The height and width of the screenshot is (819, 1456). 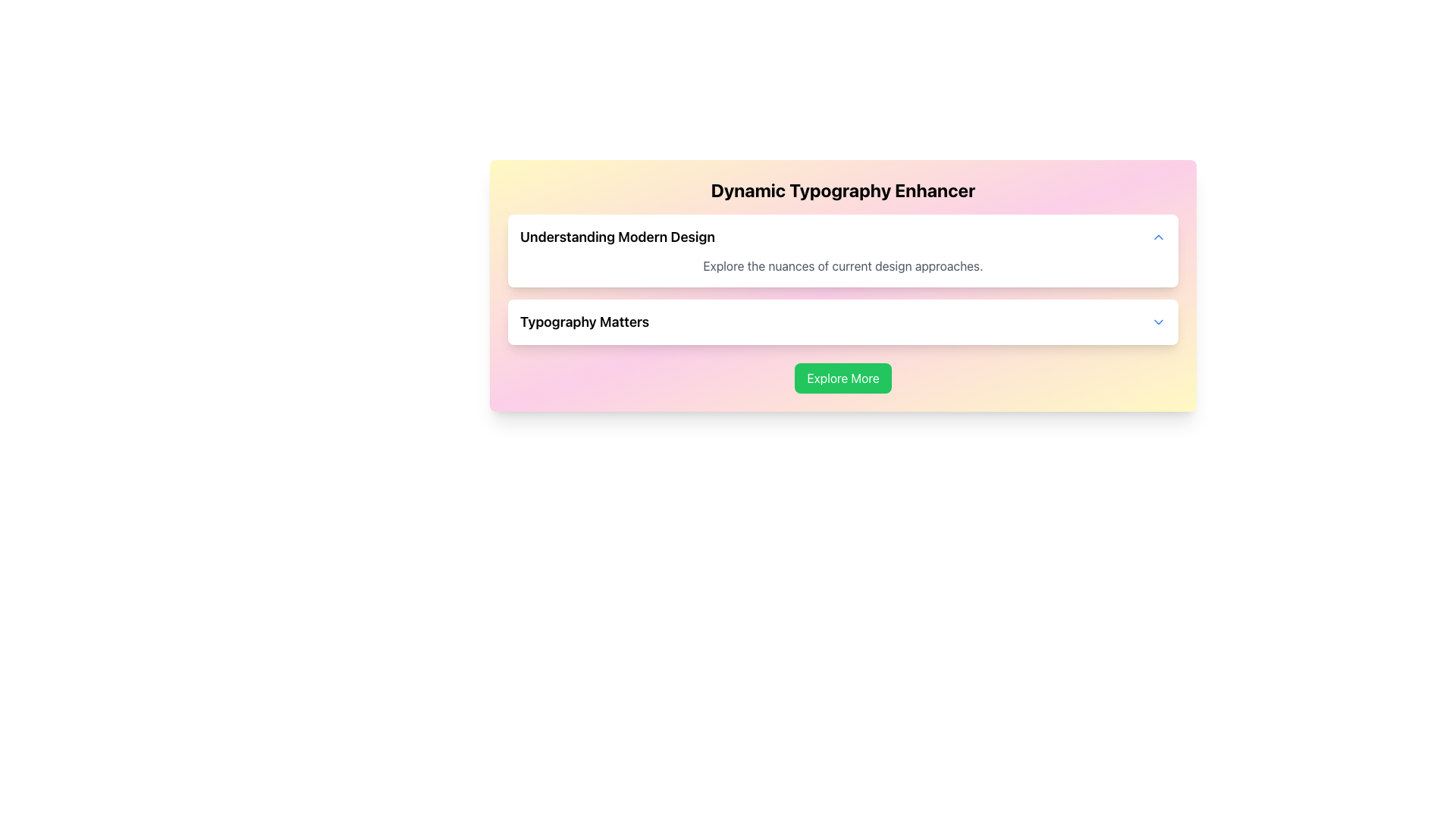 What do you see at coordinates (843, 377) in the screenshot?
I see `the button located beneath the 'Typography Matters' card in the 'Dynamic Typography Enhancer' application` at bounding box center [843, 377].